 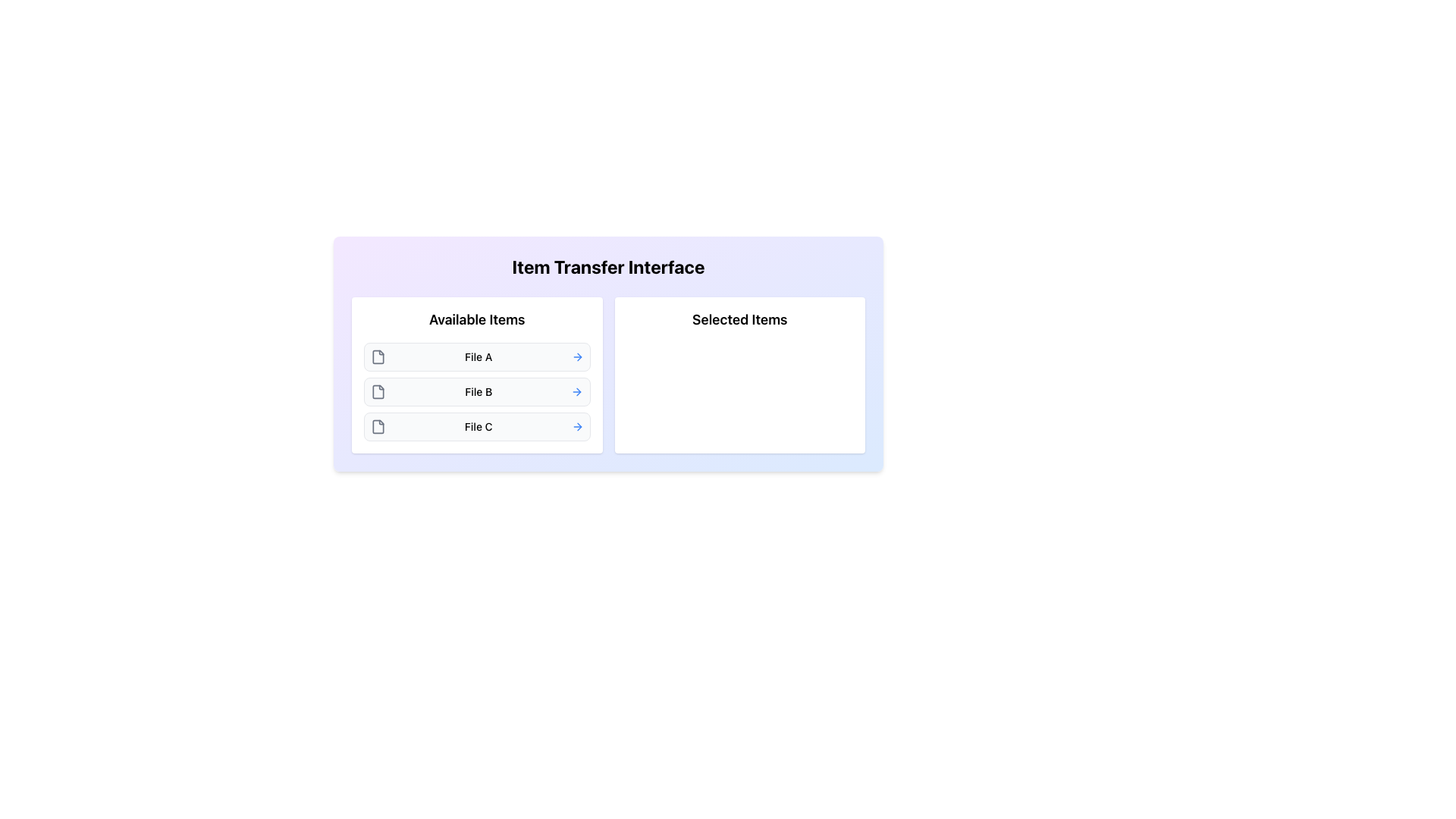 I want to click on text label 'File A' which is centered in the second row of the 'Available Items' list, styled in black medium-sized sans-serif font, so click(x=478, y=356).